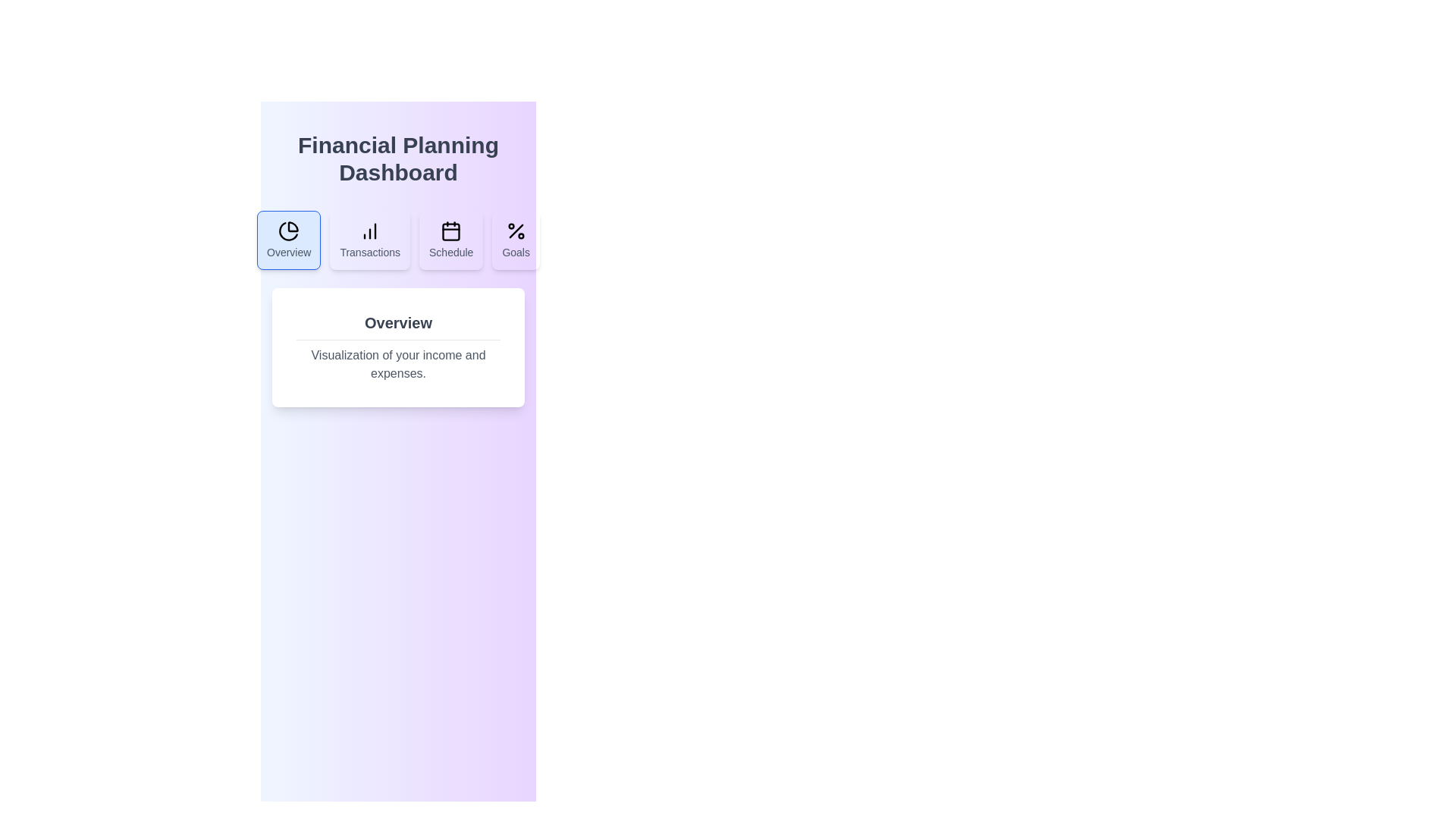  What do you see at coordinates (450, 231) in the screenshot?
I see `the calendar icon, which is the third leftmost in a horizontal list of options, located above the 'Schedule' text` at bounding box center [450, 231].